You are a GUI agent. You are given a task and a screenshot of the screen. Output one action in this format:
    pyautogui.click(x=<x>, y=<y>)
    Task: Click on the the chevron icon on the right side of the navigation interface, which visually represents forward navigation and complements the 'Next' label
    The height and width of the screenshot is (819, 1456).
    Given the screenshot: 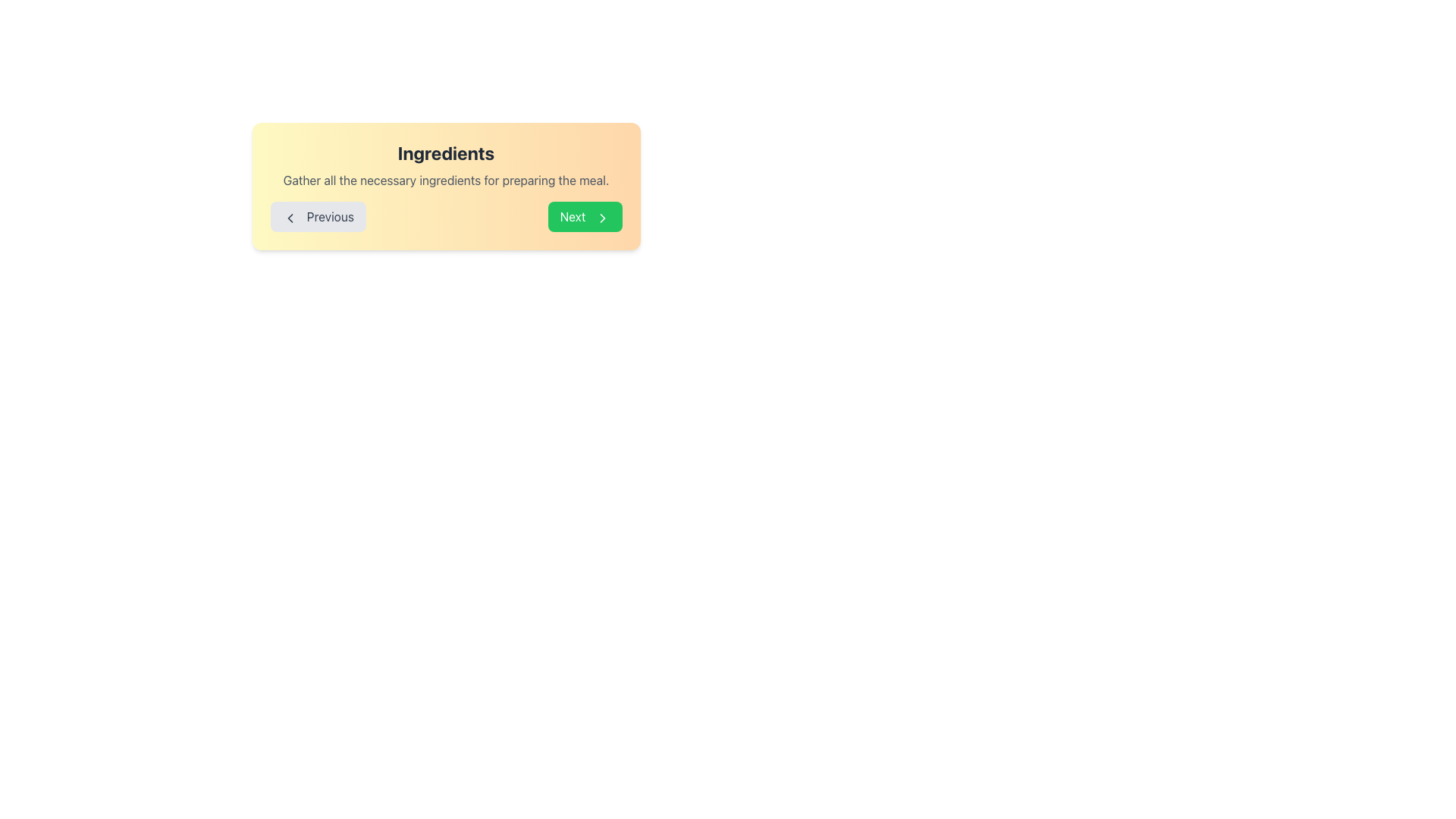 What is the action you would take?
    pyautogui.click(x=601, y=218)
    